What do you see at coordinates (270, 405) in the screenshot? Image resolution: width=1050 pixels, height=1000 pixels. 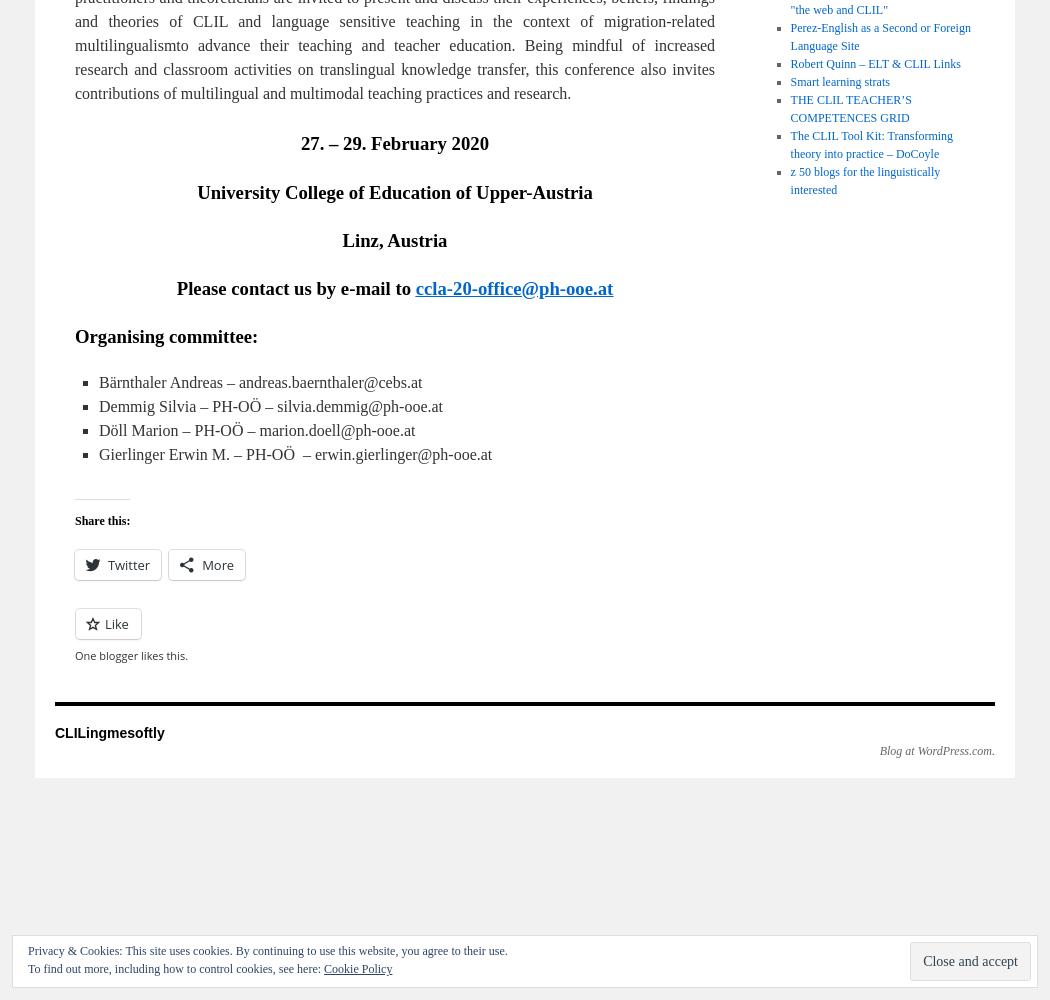 I see `'Demmig Silvia – PH-OÖ – silvia.demmig@ph-ooe.at'` at bounding box center [270, 405].